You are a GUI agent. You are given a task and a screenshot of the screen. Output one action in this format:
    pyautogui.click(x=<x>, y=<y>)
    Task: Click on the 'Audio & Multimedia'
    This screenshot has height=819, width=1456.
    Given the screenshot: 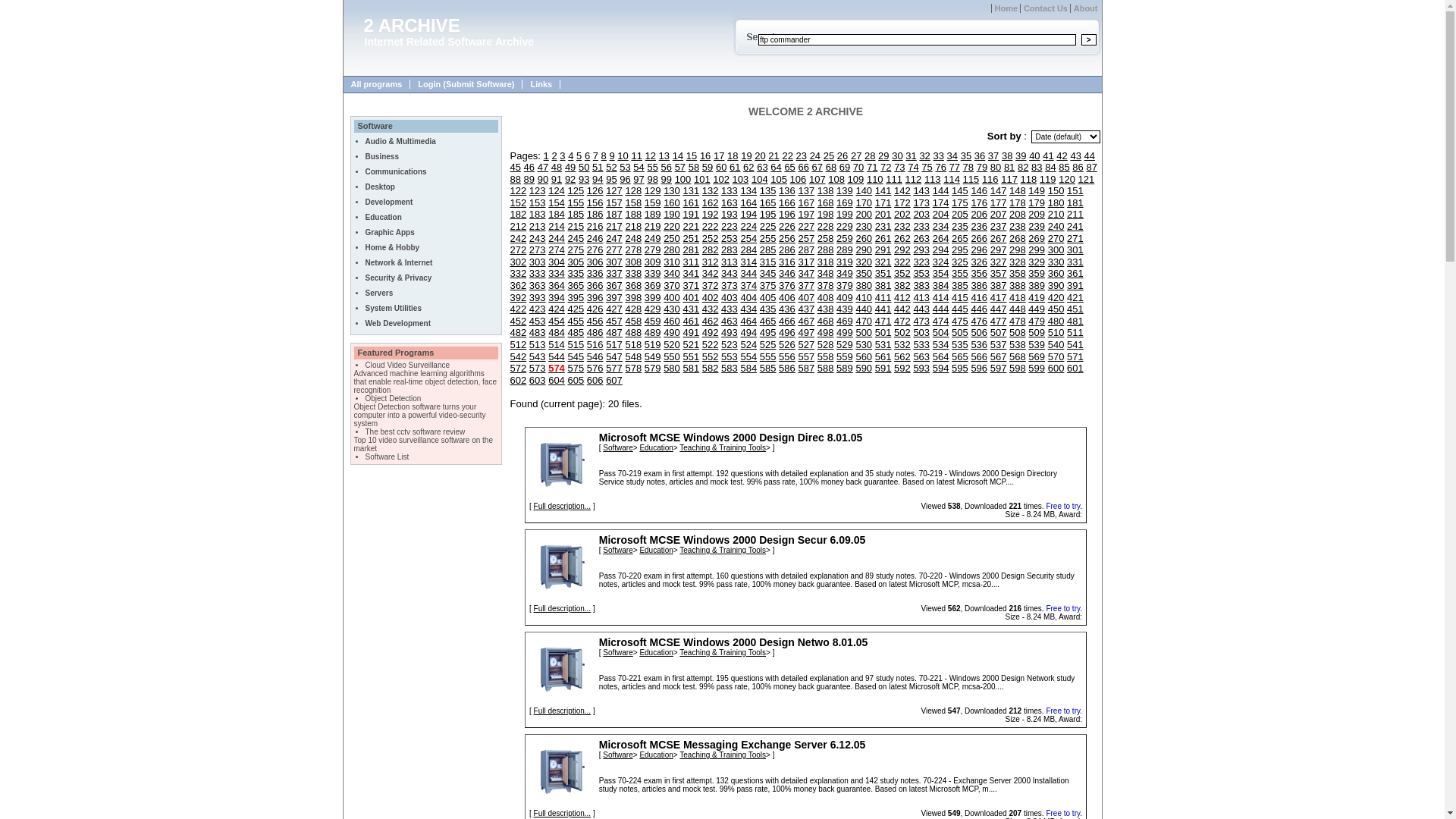 What is the action you would take?
    pyautogui.click(x=400, y=141)
    